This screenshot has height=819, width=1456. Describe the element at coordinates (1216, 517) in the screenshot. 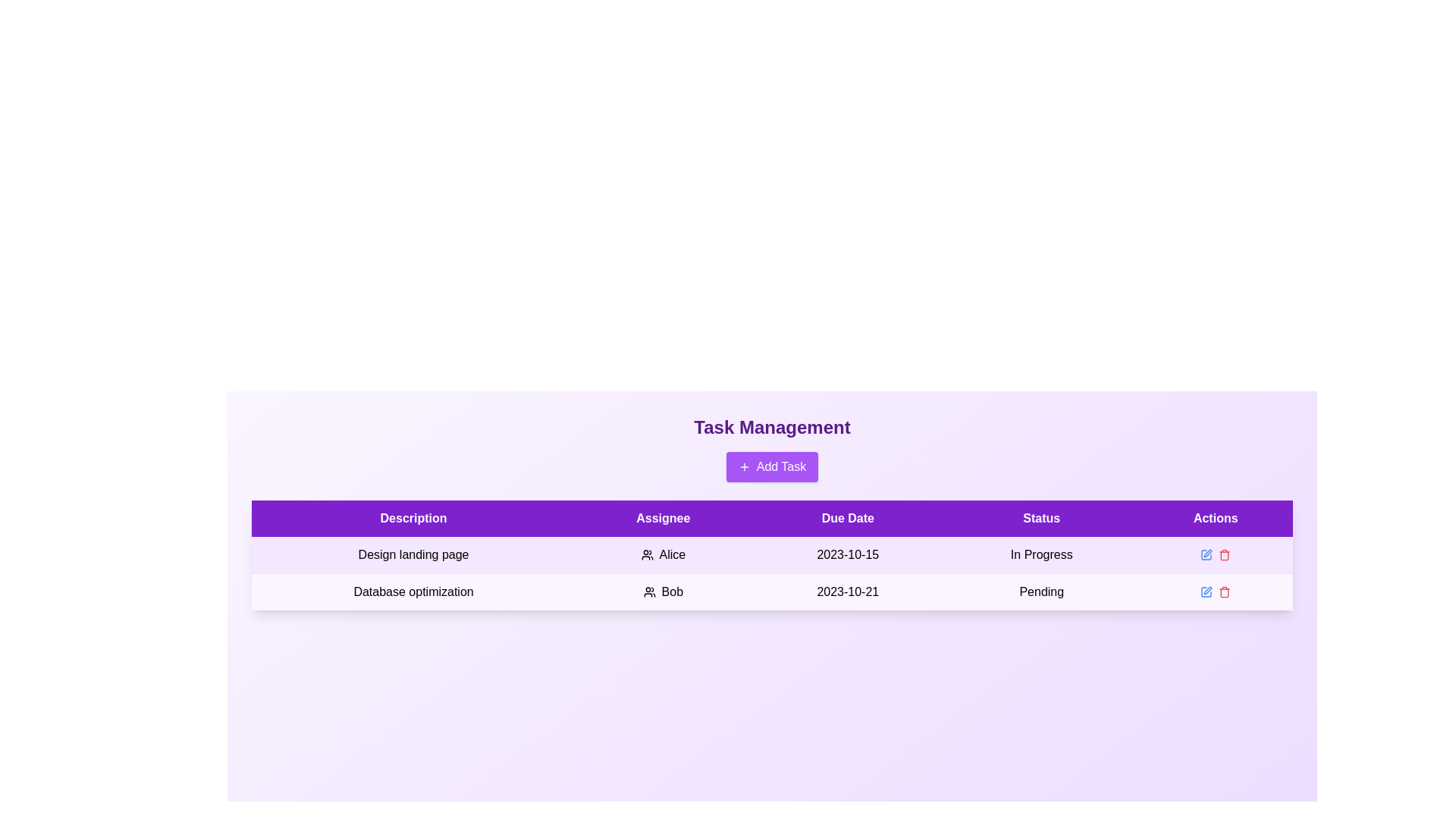

I see `the 'Actions' header label, which is a bold, white font on a purple background, located in the fifth column of the table` at that location.